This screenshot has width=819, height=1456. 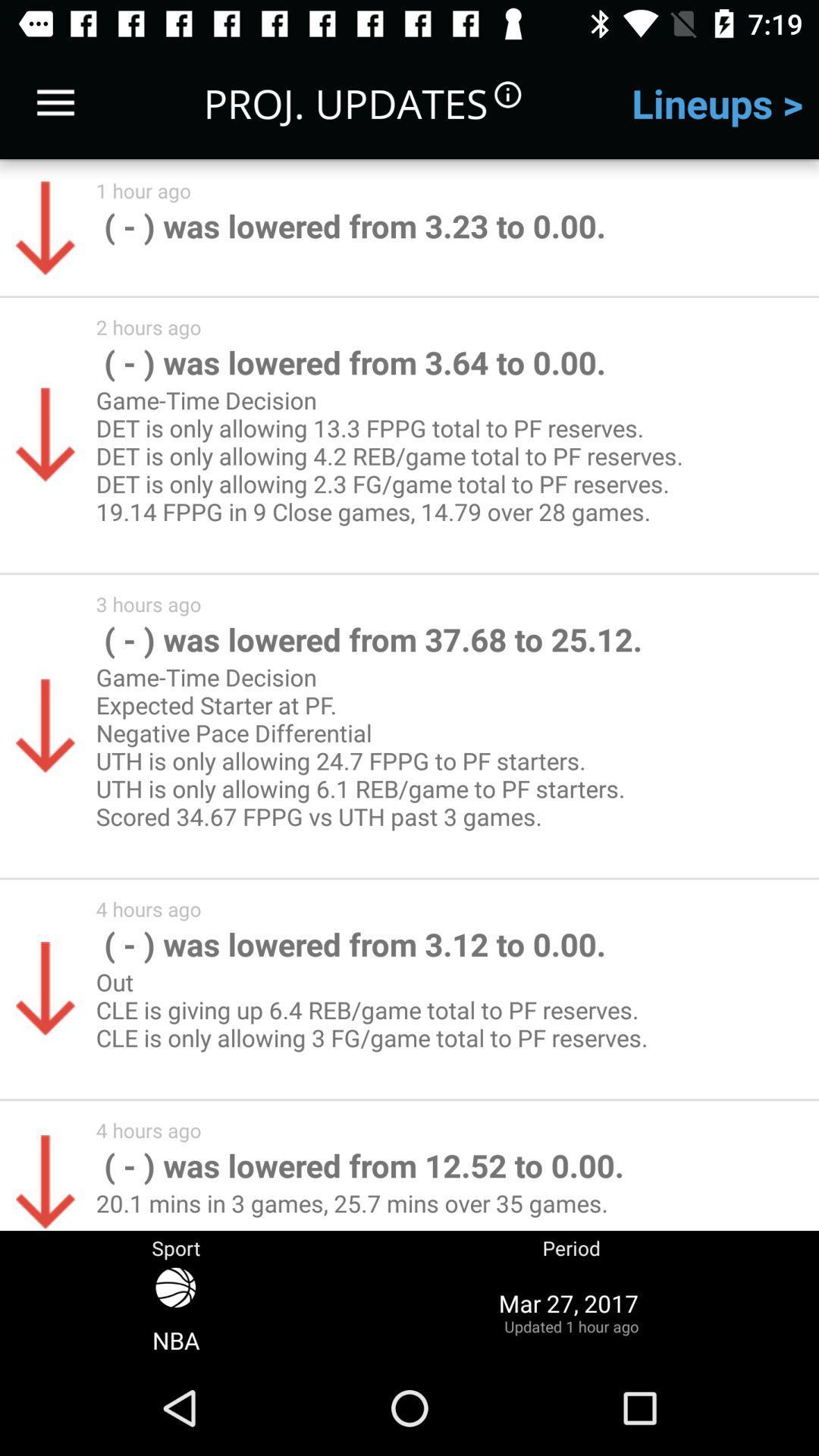 What do you see at coordinates (717, 102) in the screenshot?
I see `the lineups > icon` at bounding box center [717, 102].